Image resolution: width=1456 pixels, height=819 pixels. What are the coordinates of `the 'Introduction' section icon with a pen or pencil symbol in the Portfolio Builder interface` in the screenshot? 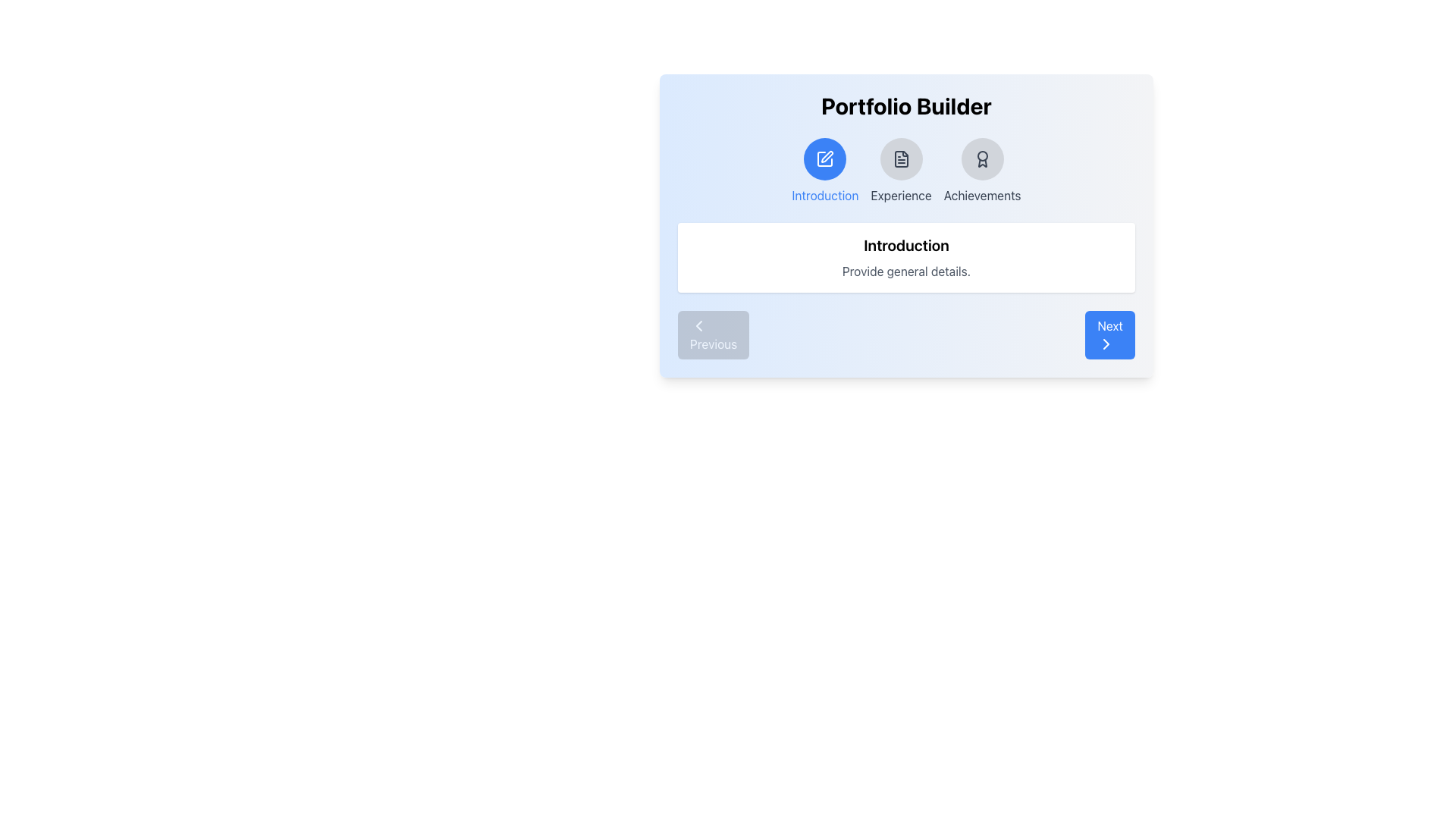 It's located at (824, 158).